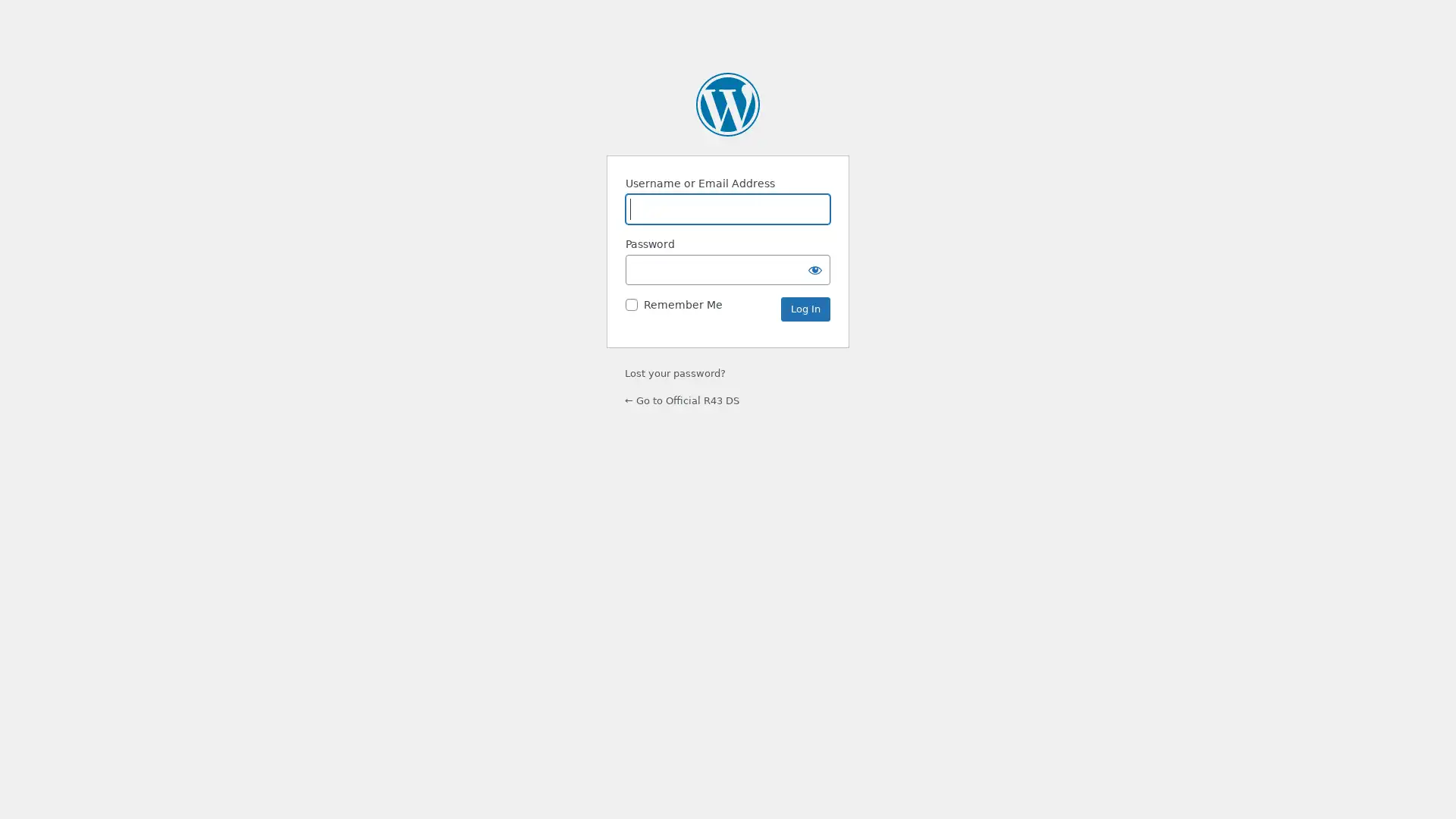 The image size is (1456, 819). I want to click on Show password, so click(814, 268).